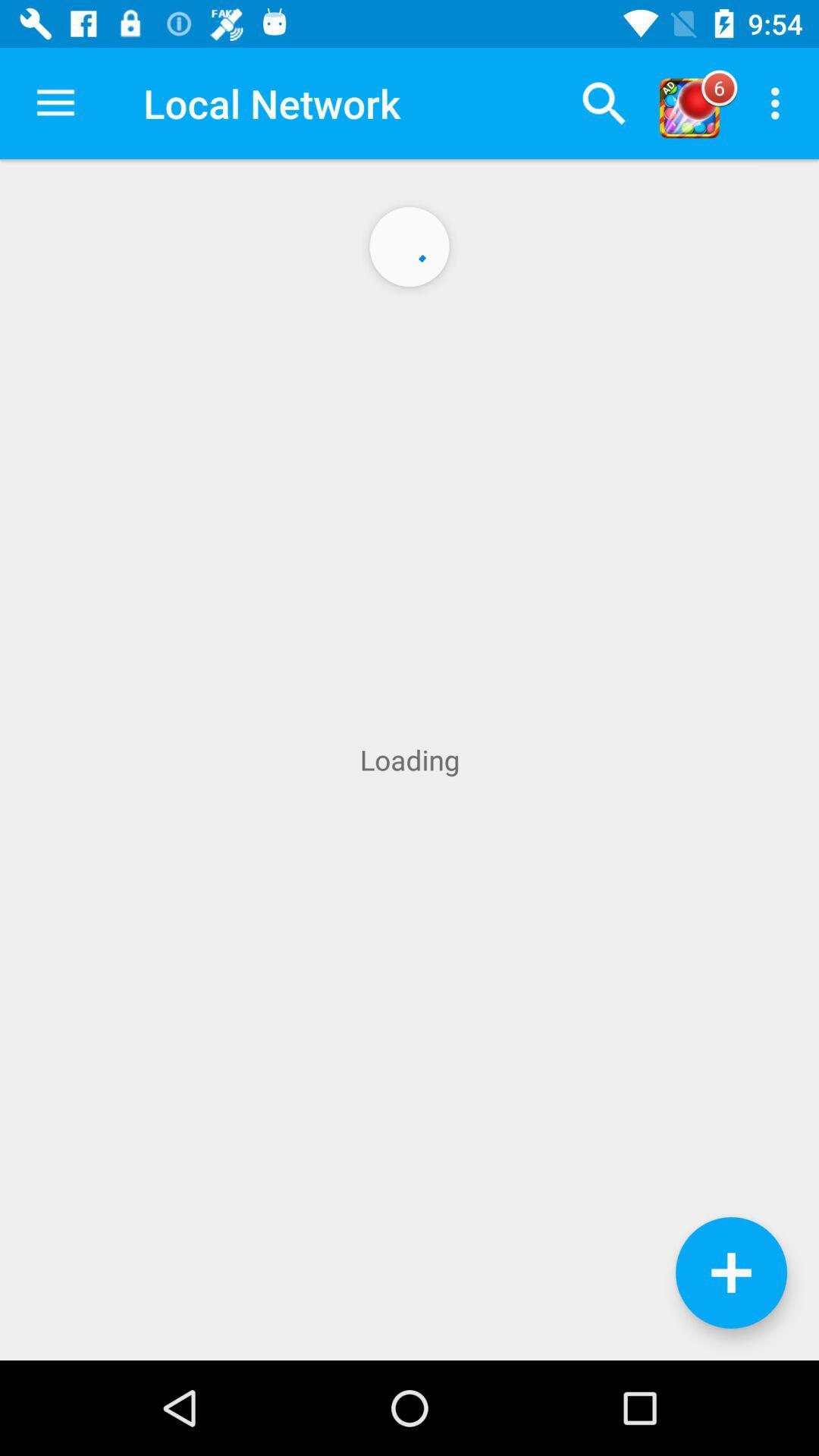  What do you see at coordinates (603, 102) in the screenshot?
I see `the icon above loading item` at bounding box center [603, 102].